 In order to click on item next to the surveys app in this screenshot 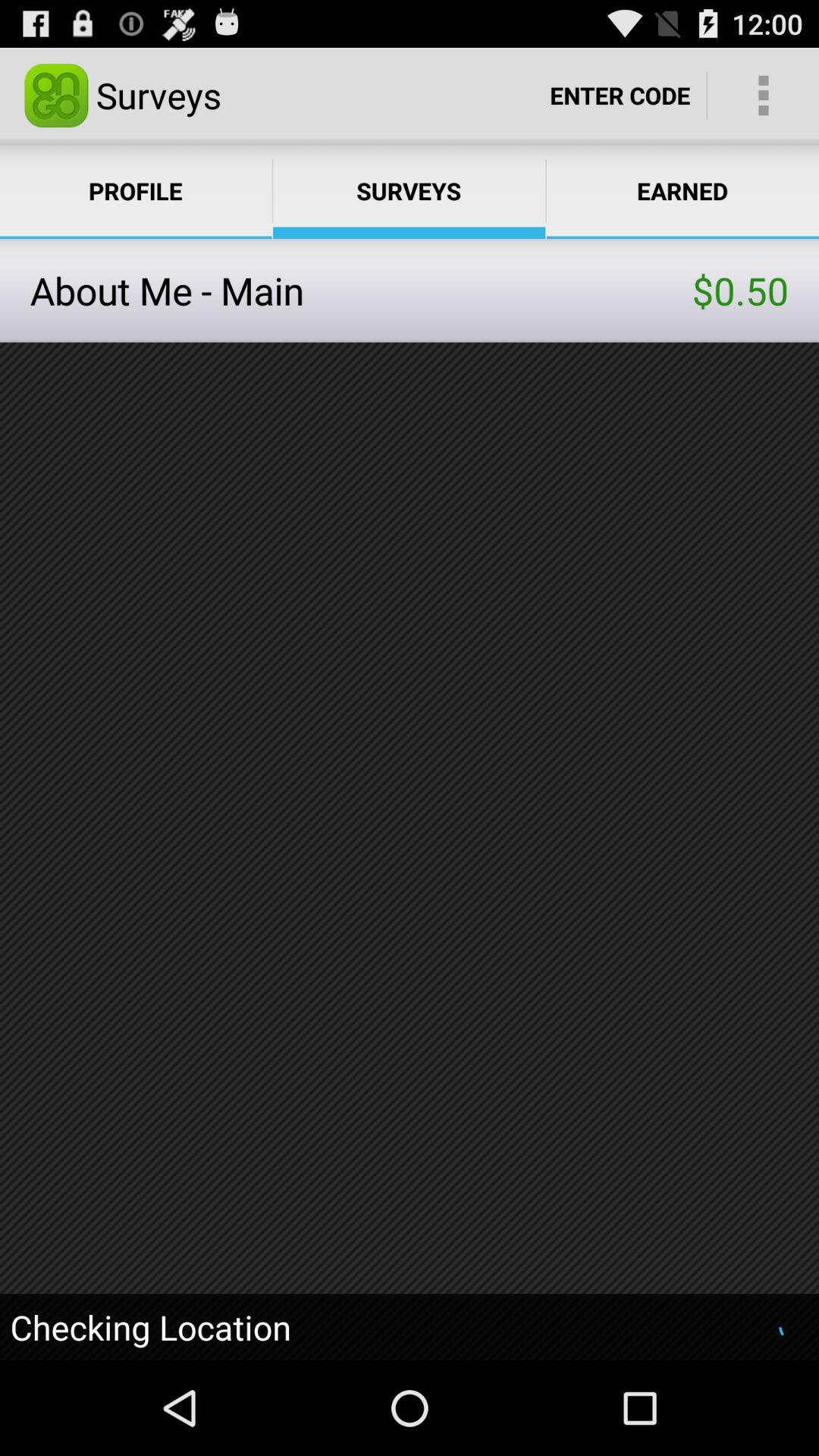, I will do `click(620, 94)`.